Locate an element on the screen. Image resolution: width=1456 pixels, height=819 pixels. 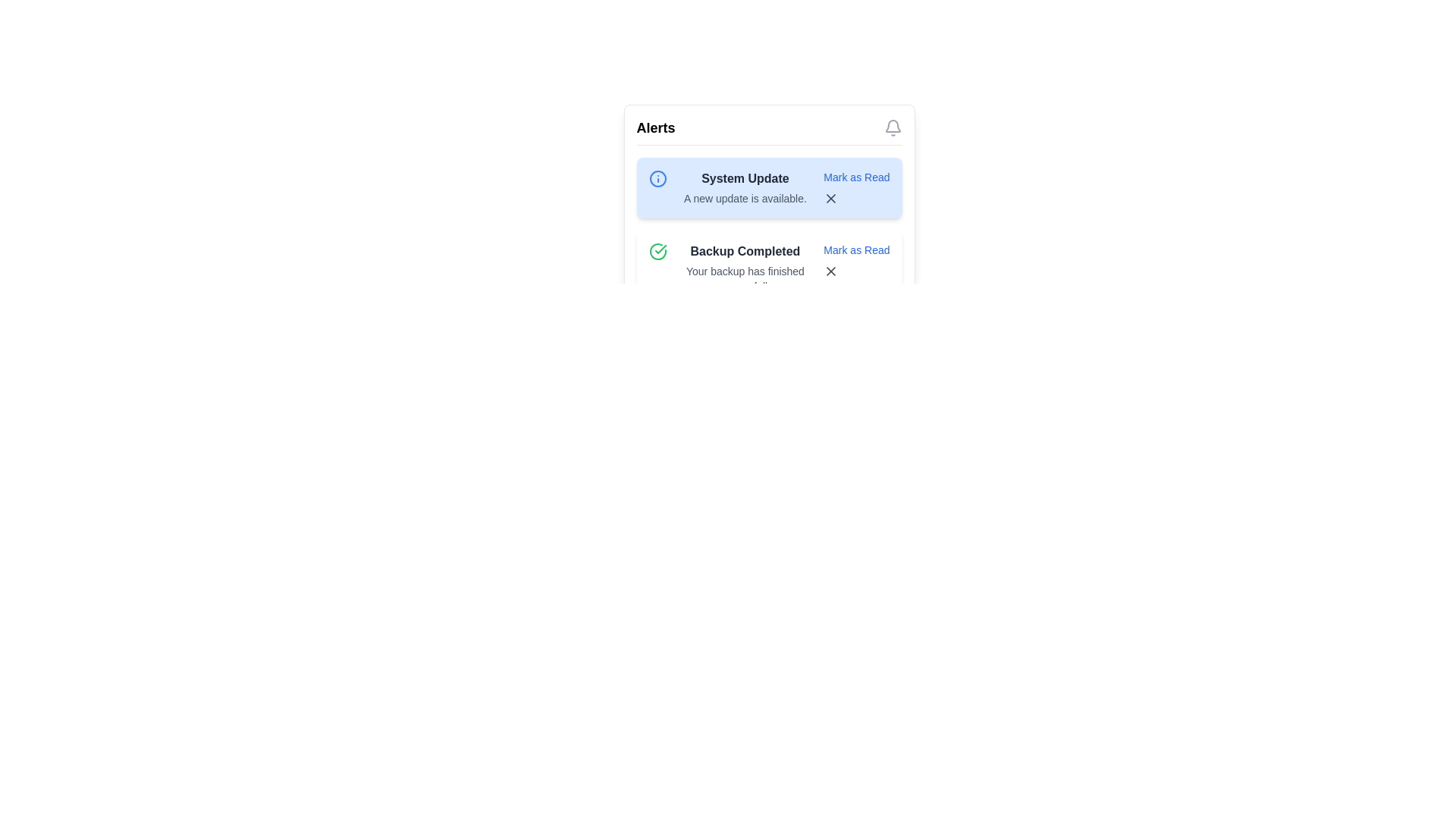
the green checkmark icon within the 'Backup Completed' notification card, located on the left side of the card, aligned with the title text is located at coordinates (660, 248).